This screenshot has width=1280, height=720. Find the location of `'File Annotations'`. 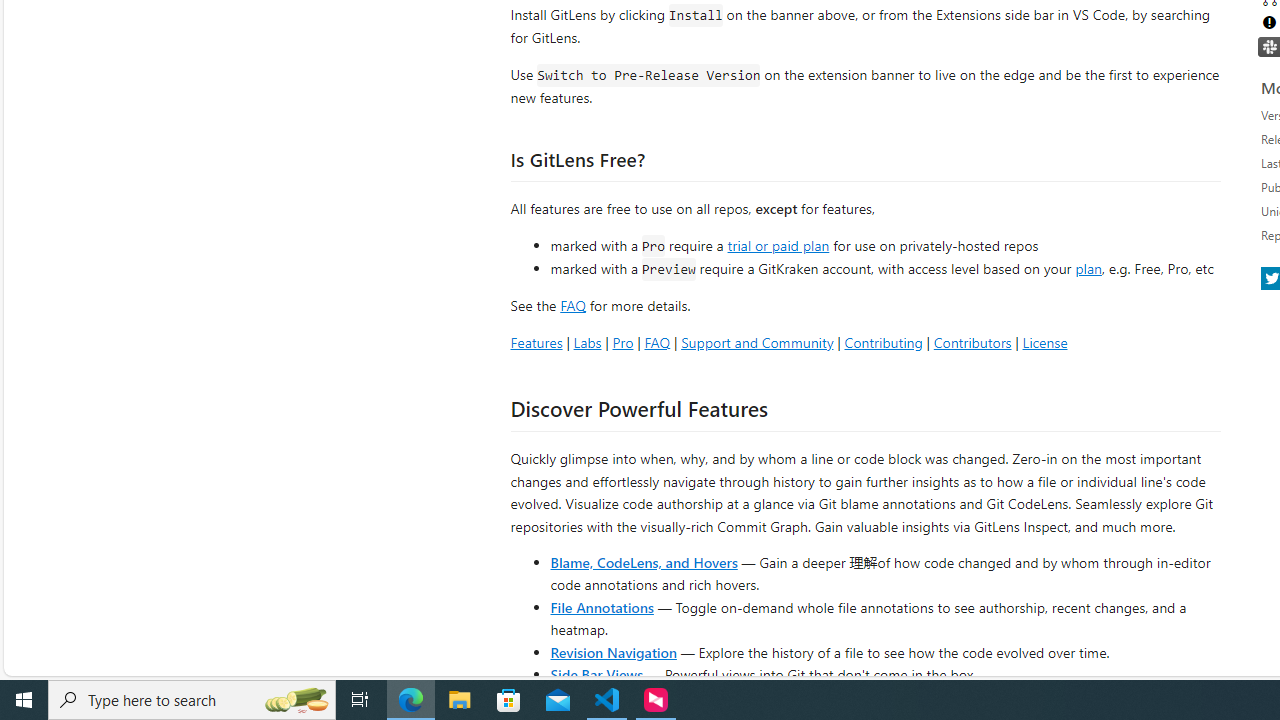

'File Annotations' is located at coordinates (601, 605).